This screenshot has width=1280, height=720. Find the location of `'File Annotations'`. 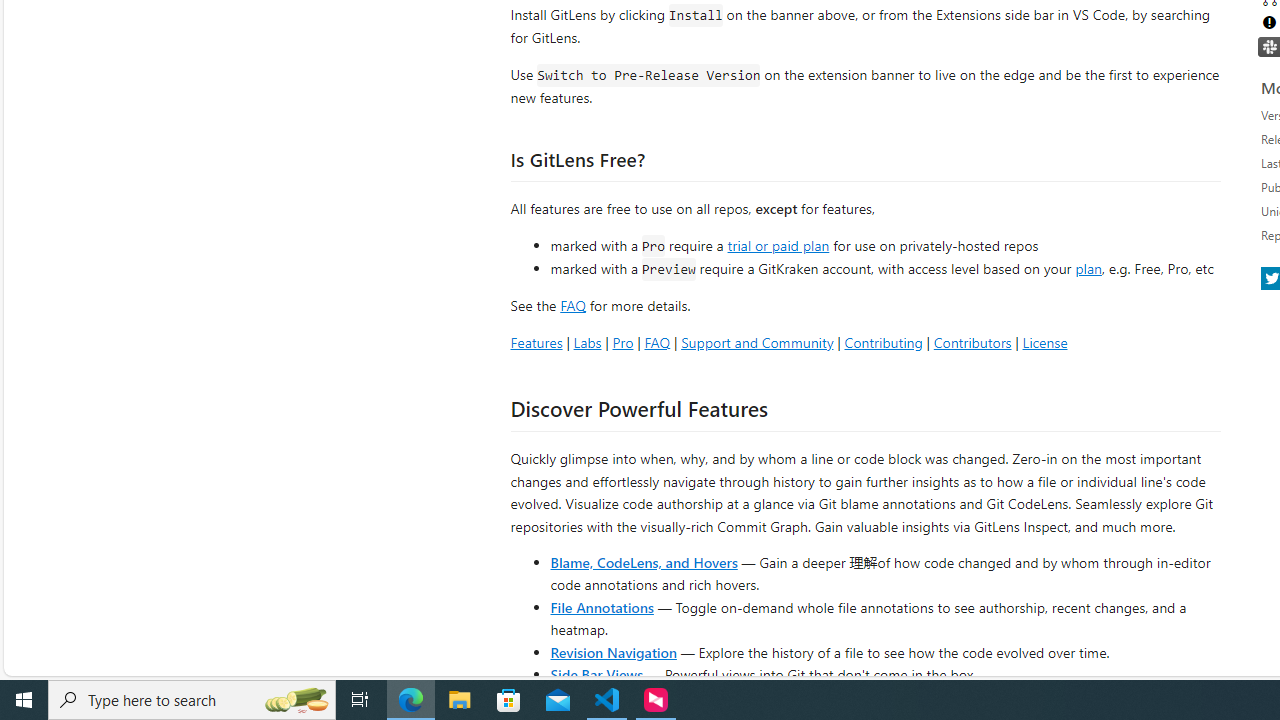

'File Annotations' is located at coordinates (601, 605).